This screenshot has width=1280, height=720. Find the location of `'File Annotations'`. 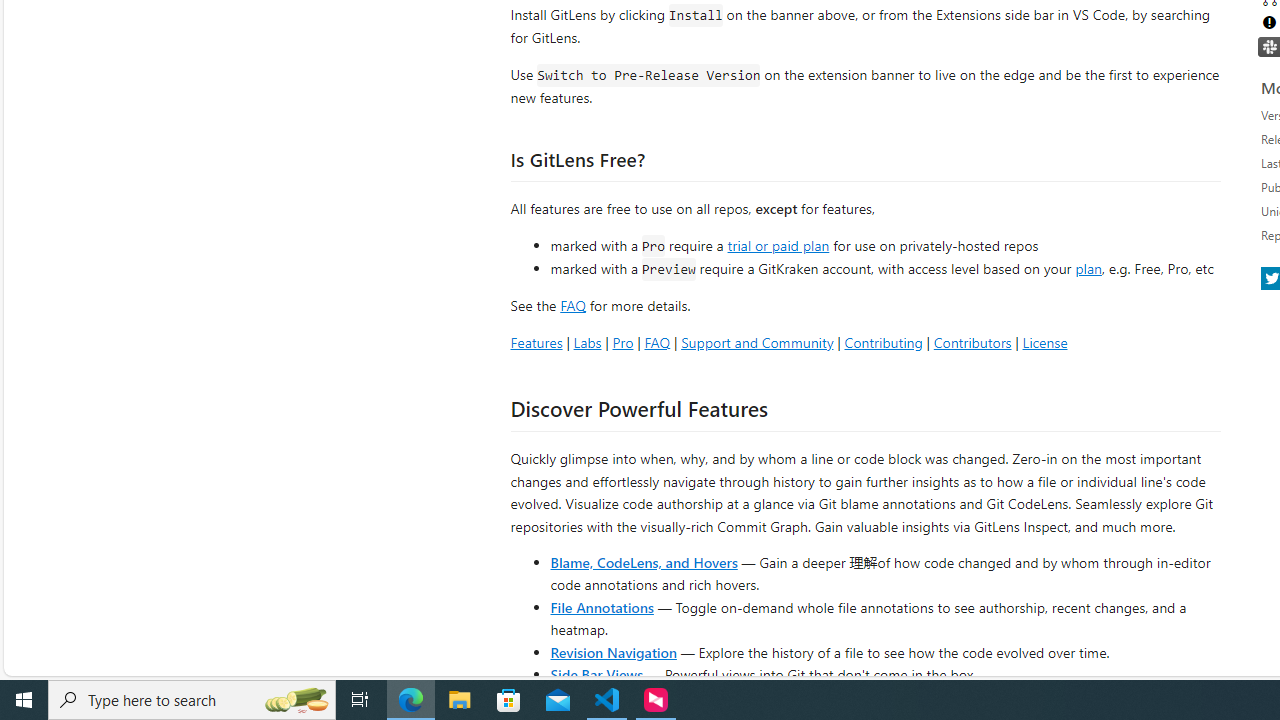

'File Annotations' is located at coordinates (601, 605).